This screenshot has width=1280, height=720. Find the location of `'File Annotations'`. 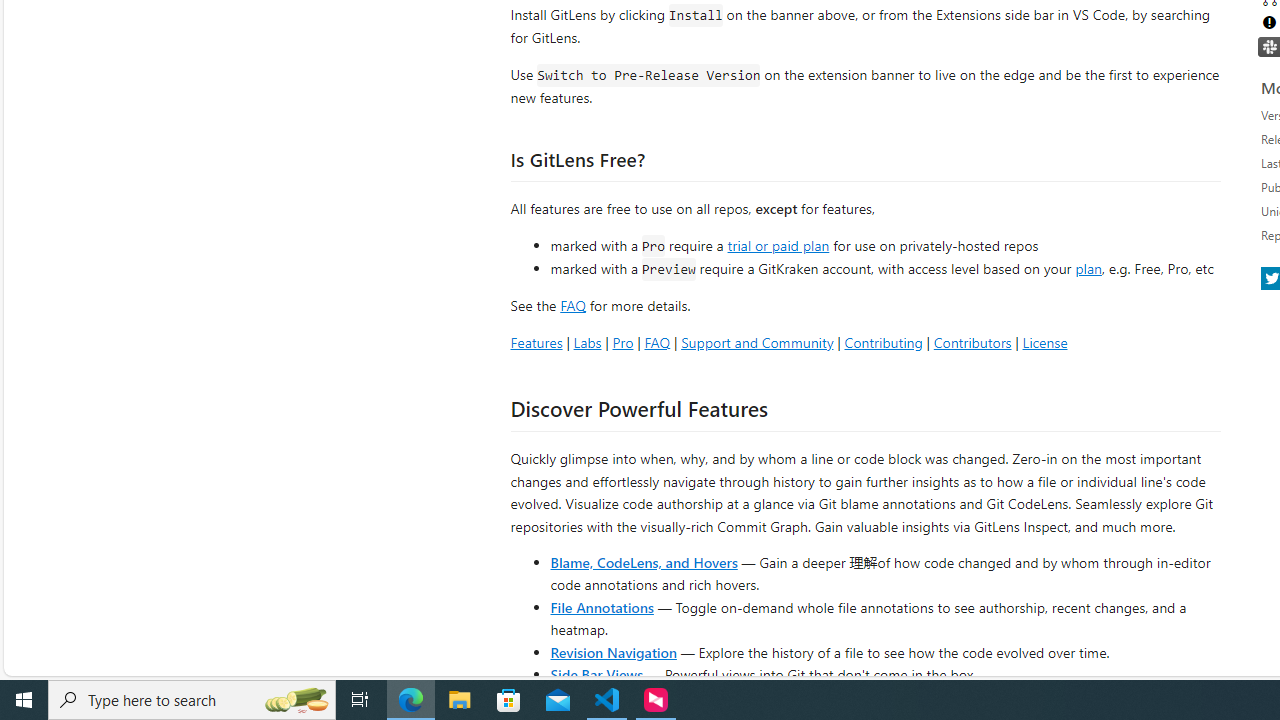

'File Annotations' is located at coordinates (601, 605).